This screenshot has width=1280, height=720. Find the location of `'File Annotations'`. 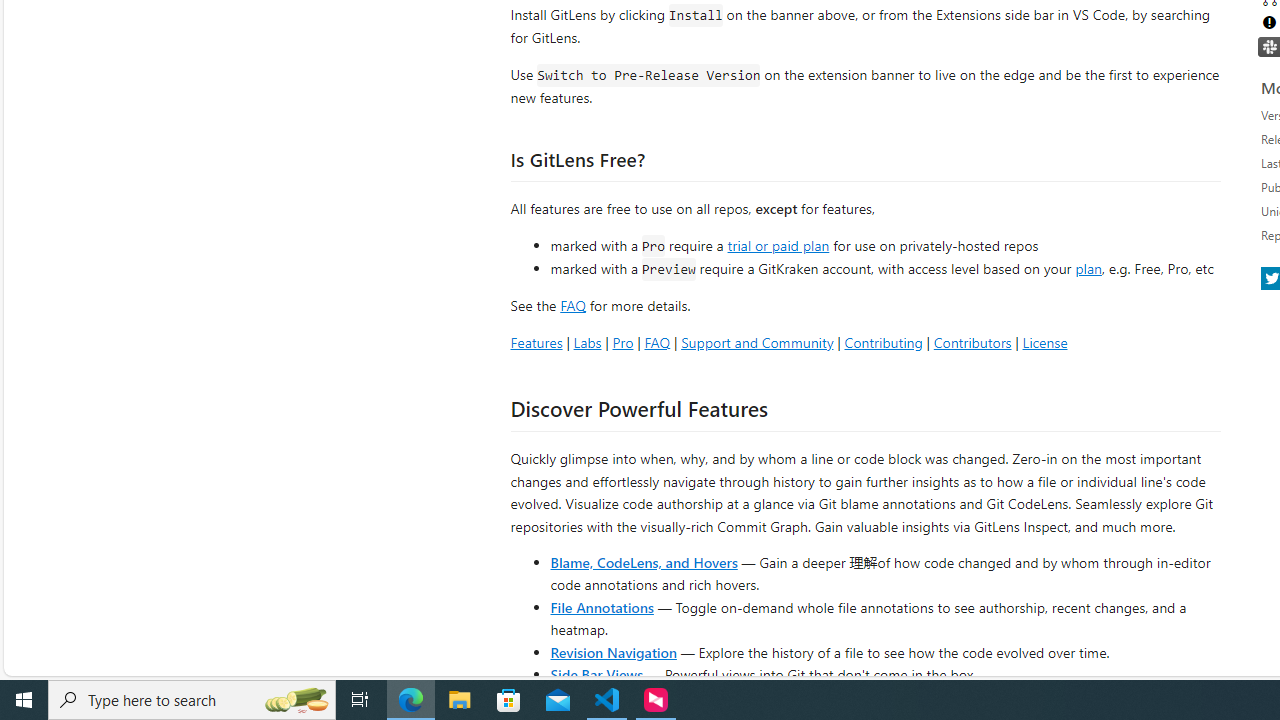

'File Annotations' is located at coordinates (601, 605).